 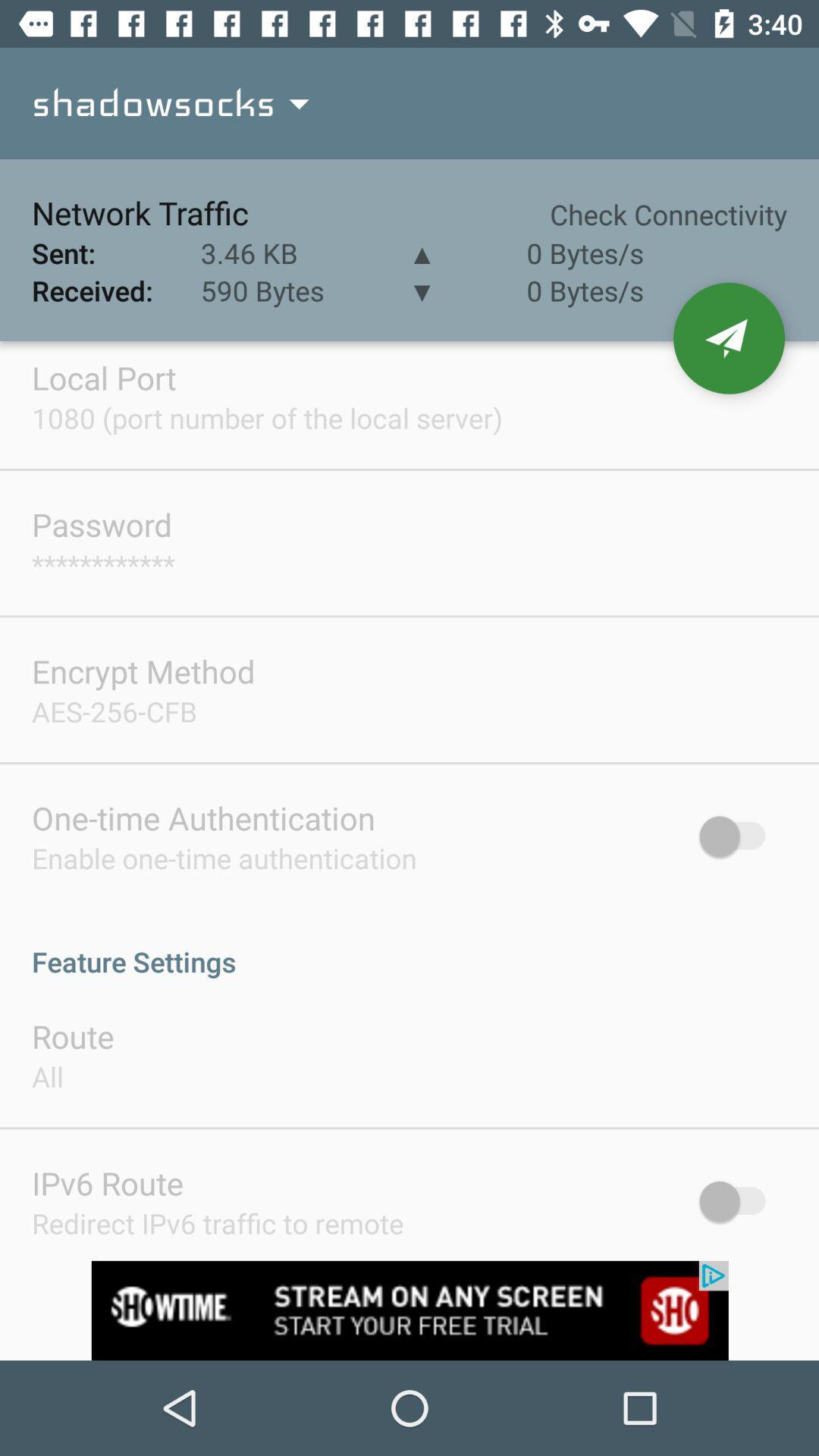 I want to click on advertisement, so click(x=409, y=1310).